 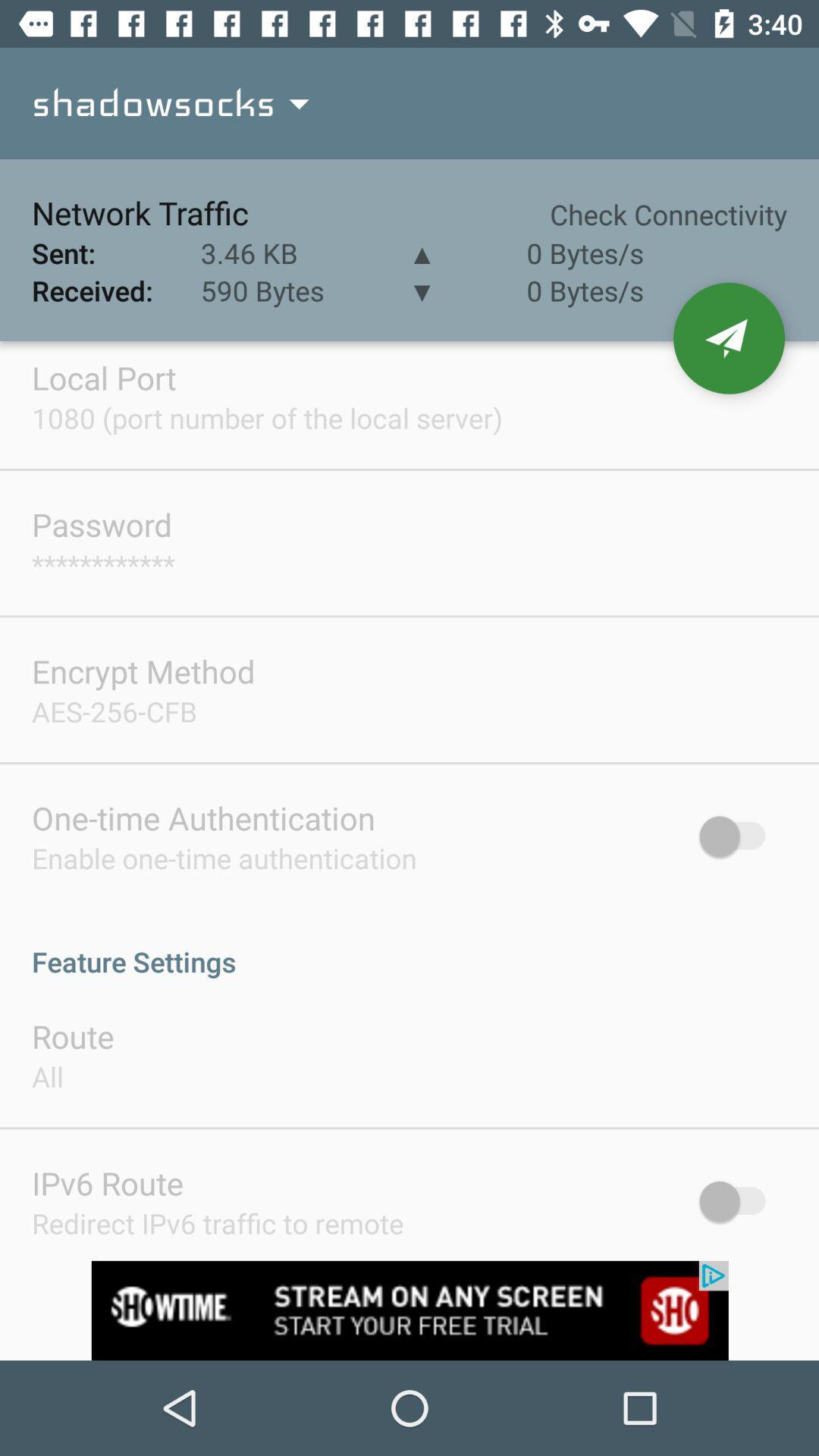 I want to click on advertisement, so click(x=409, y=1310).